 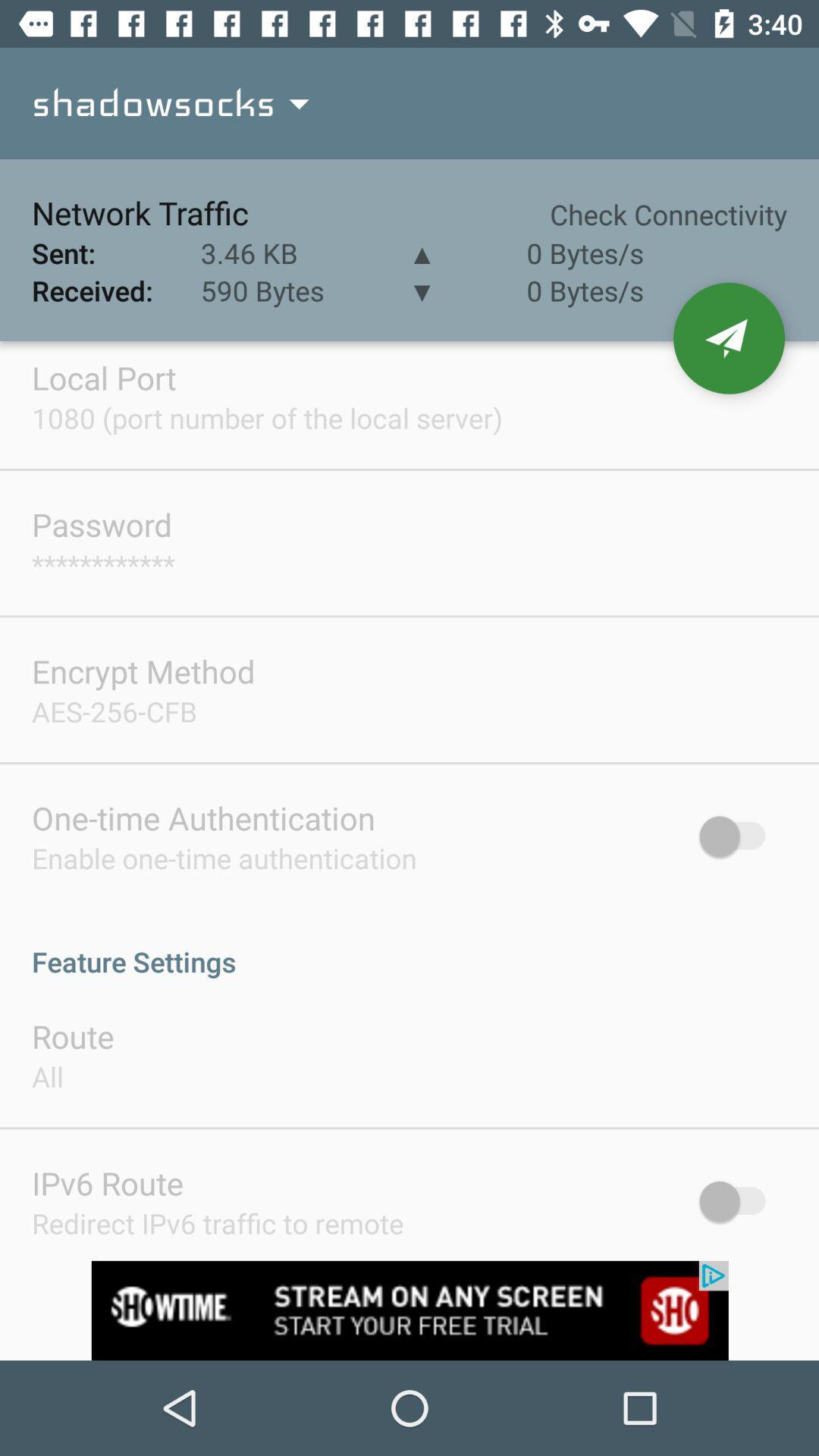 I want to click on advertisement, so click(x=409, y=1310).